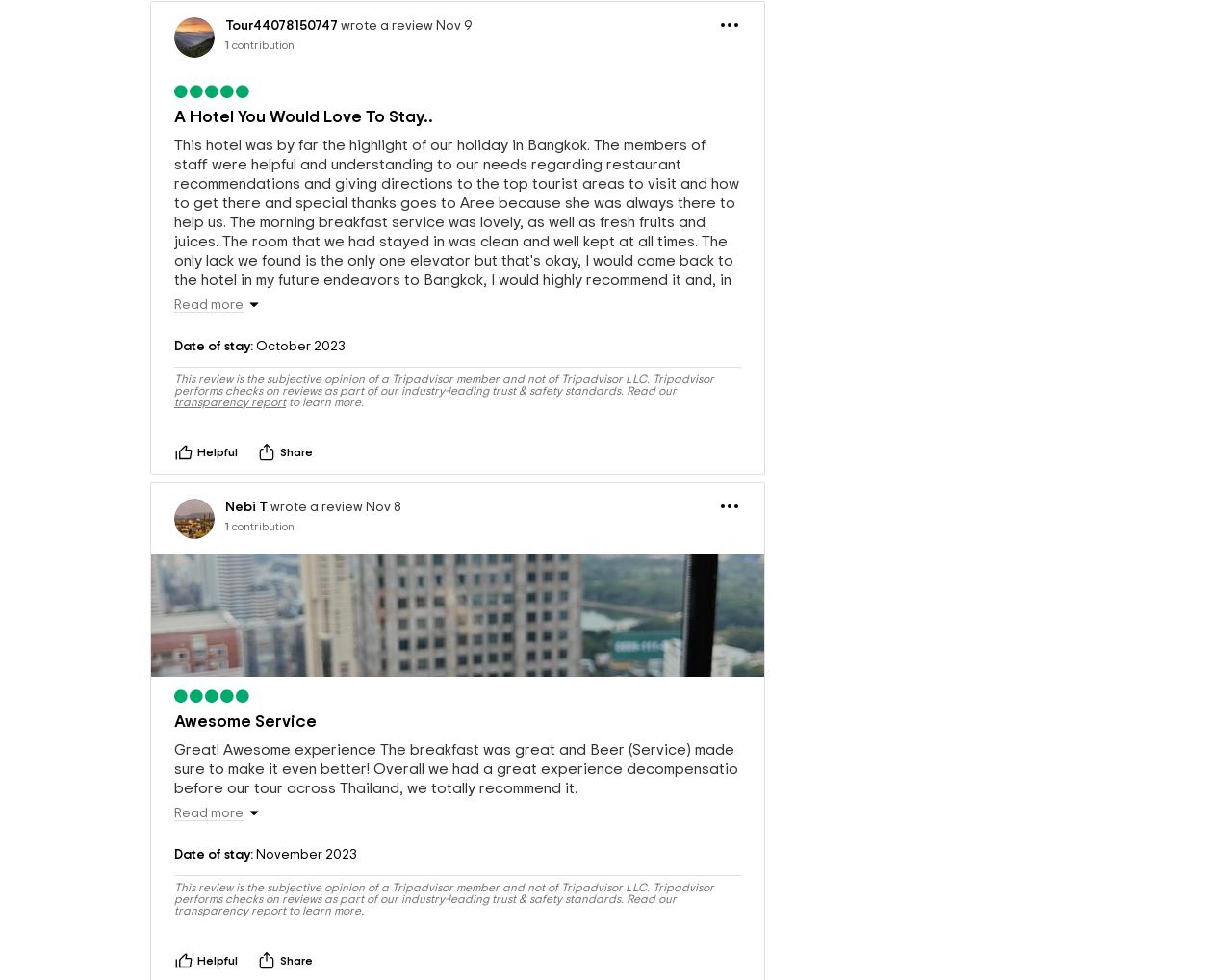  Describe the element at coordinates (334, 558) in the screenshot. I see `'wrote a review Nov 8'` at that location.